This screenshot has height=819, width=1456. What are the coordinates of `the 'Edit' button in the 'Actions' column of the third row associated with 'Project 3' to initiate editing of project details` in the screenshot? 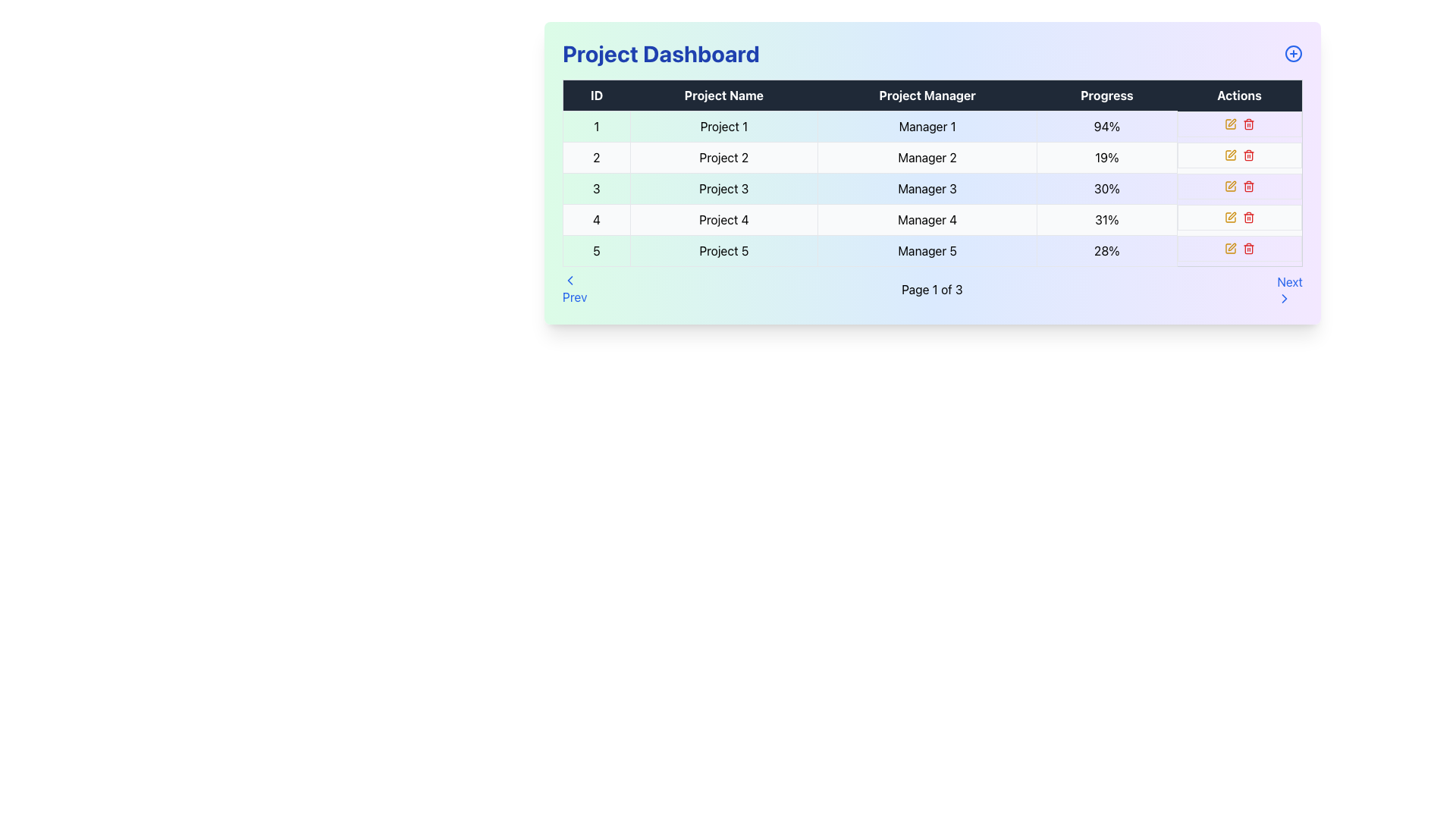 It's located at (1232, 184).